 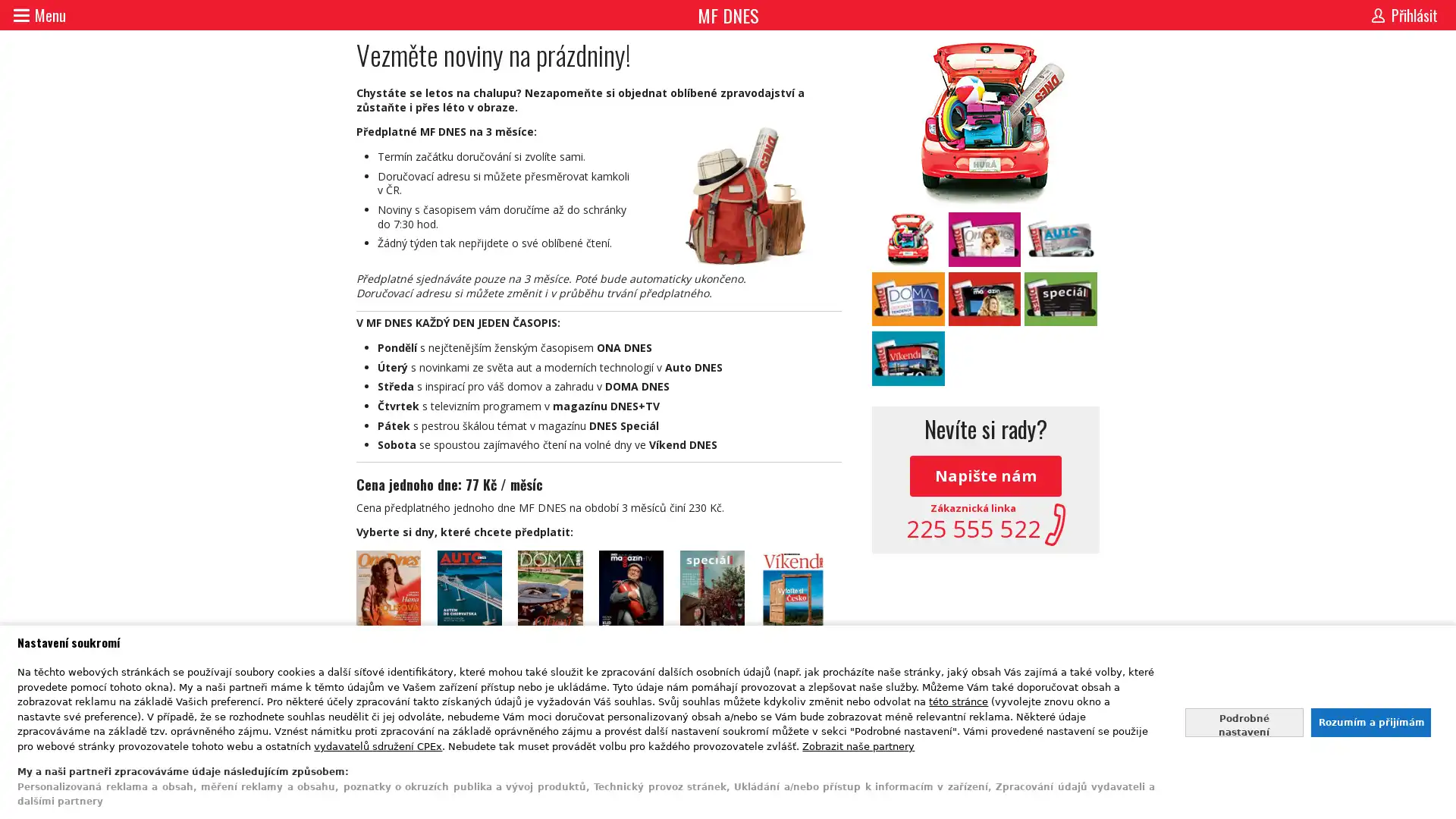 What do you see at coordinates (858, 745) in the screenshot?
I see `Zobrazit nase partnery` at bounding box center [858, 745].